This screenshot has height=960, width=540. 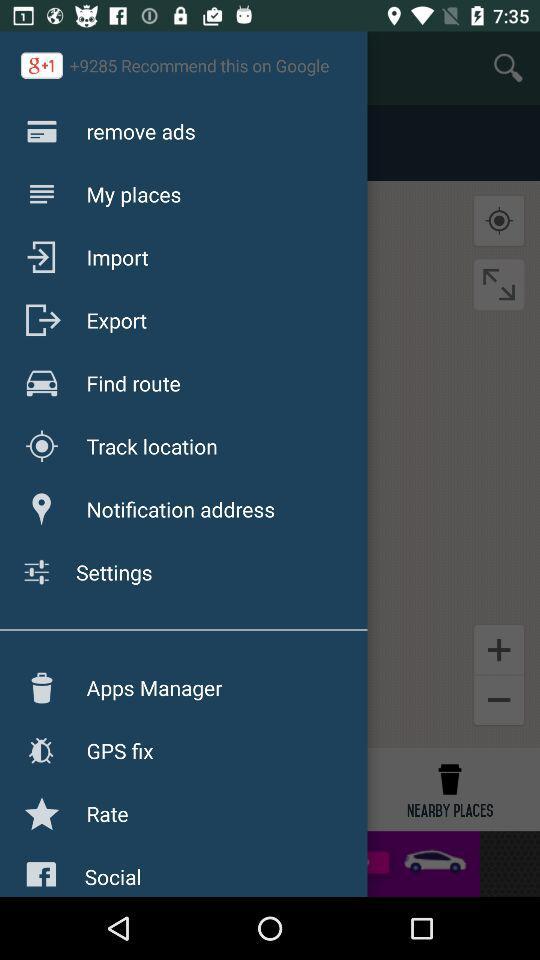 What do you see at coordinates (498, 221) in the screenshot?
I see `the location_crosshair icon` at bounding box center [498, 221].